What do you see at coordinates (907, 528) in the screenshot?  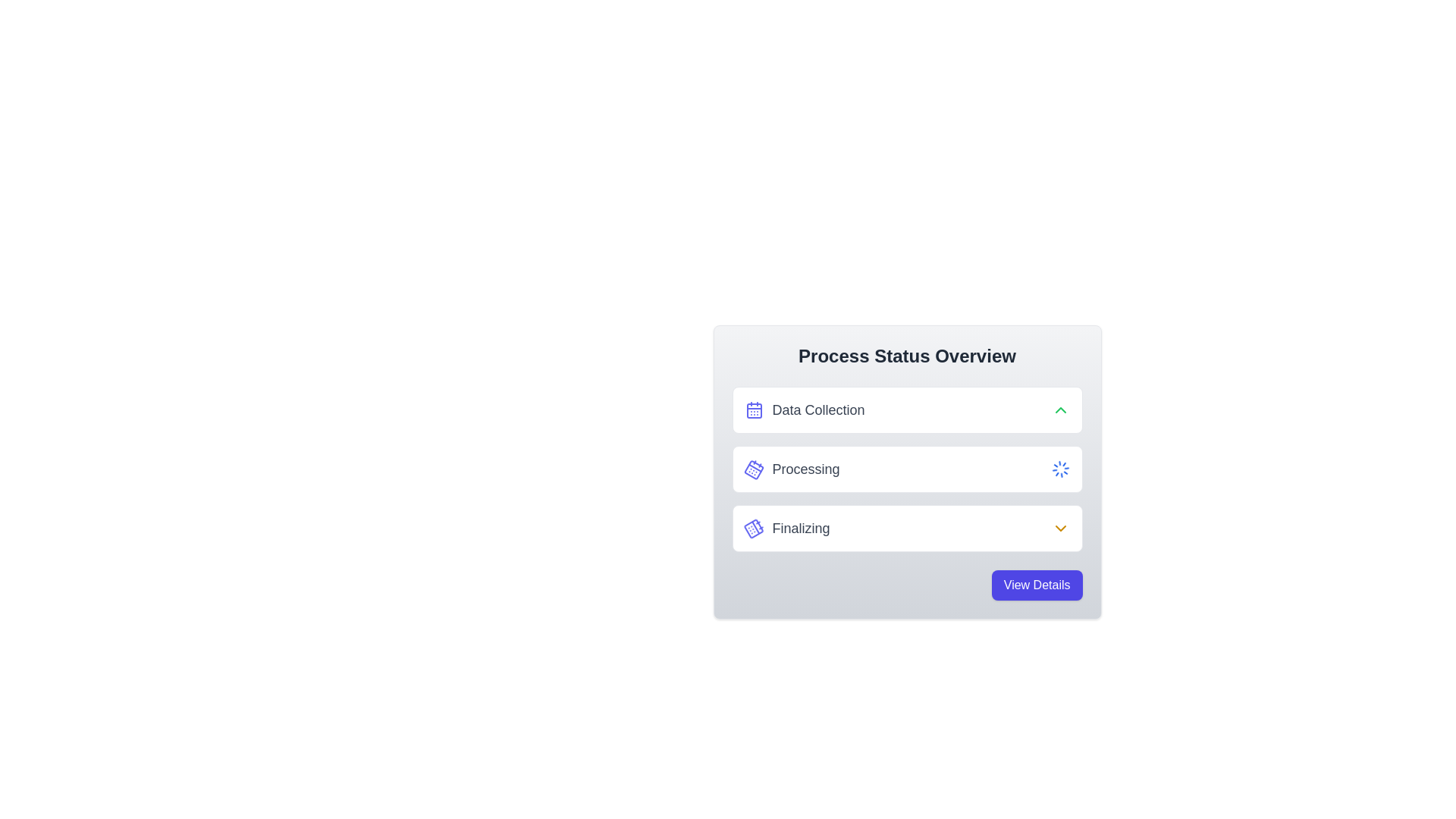 I see `the 'Finalizing' button located beneath the 'Processing' button in the 'Process Status Overview' card` at bounding box center [907, 528].